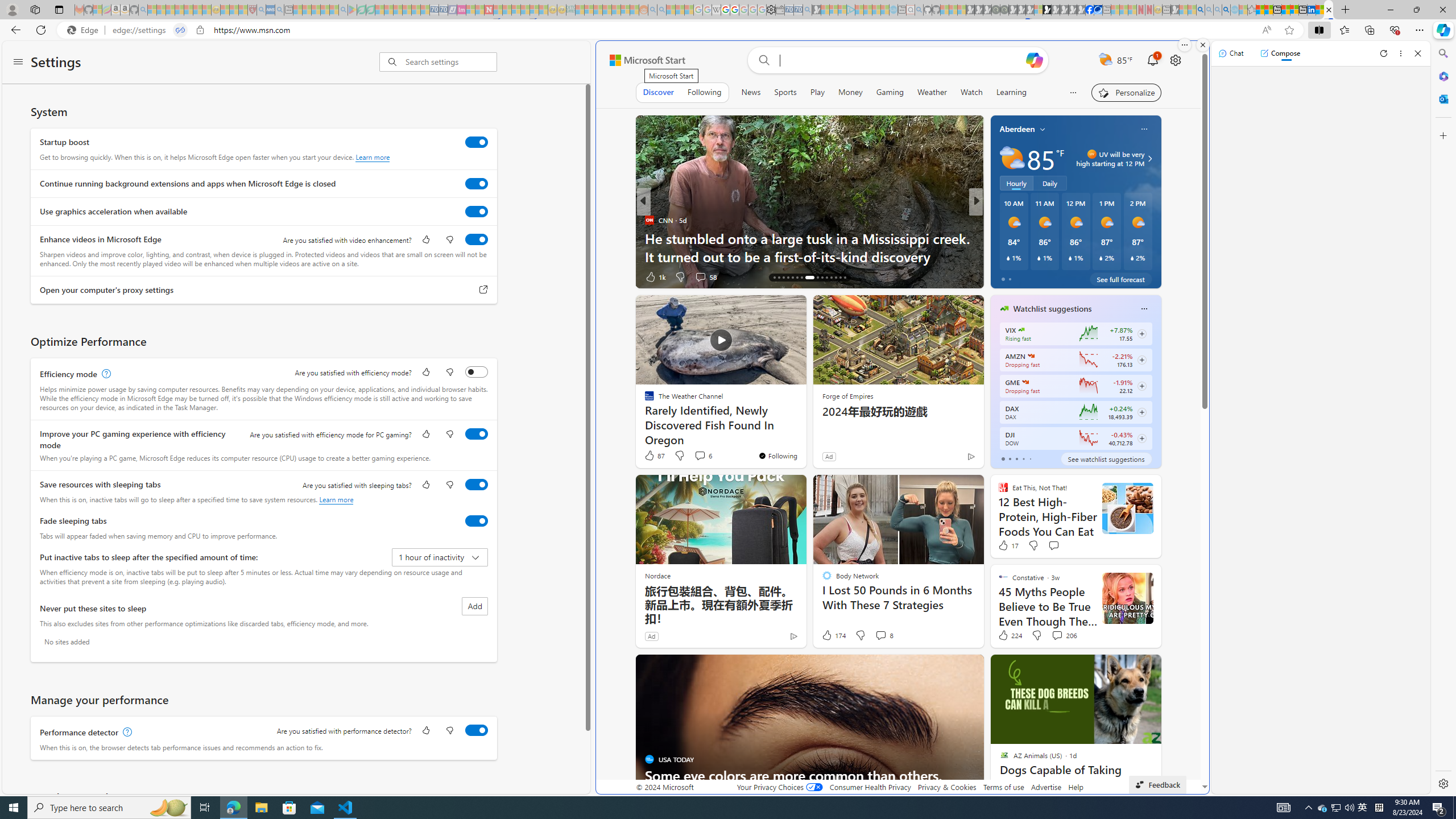 The image size is (1456, 819). I want to click on 'Nordace | Facebook', so click(1089, 9).